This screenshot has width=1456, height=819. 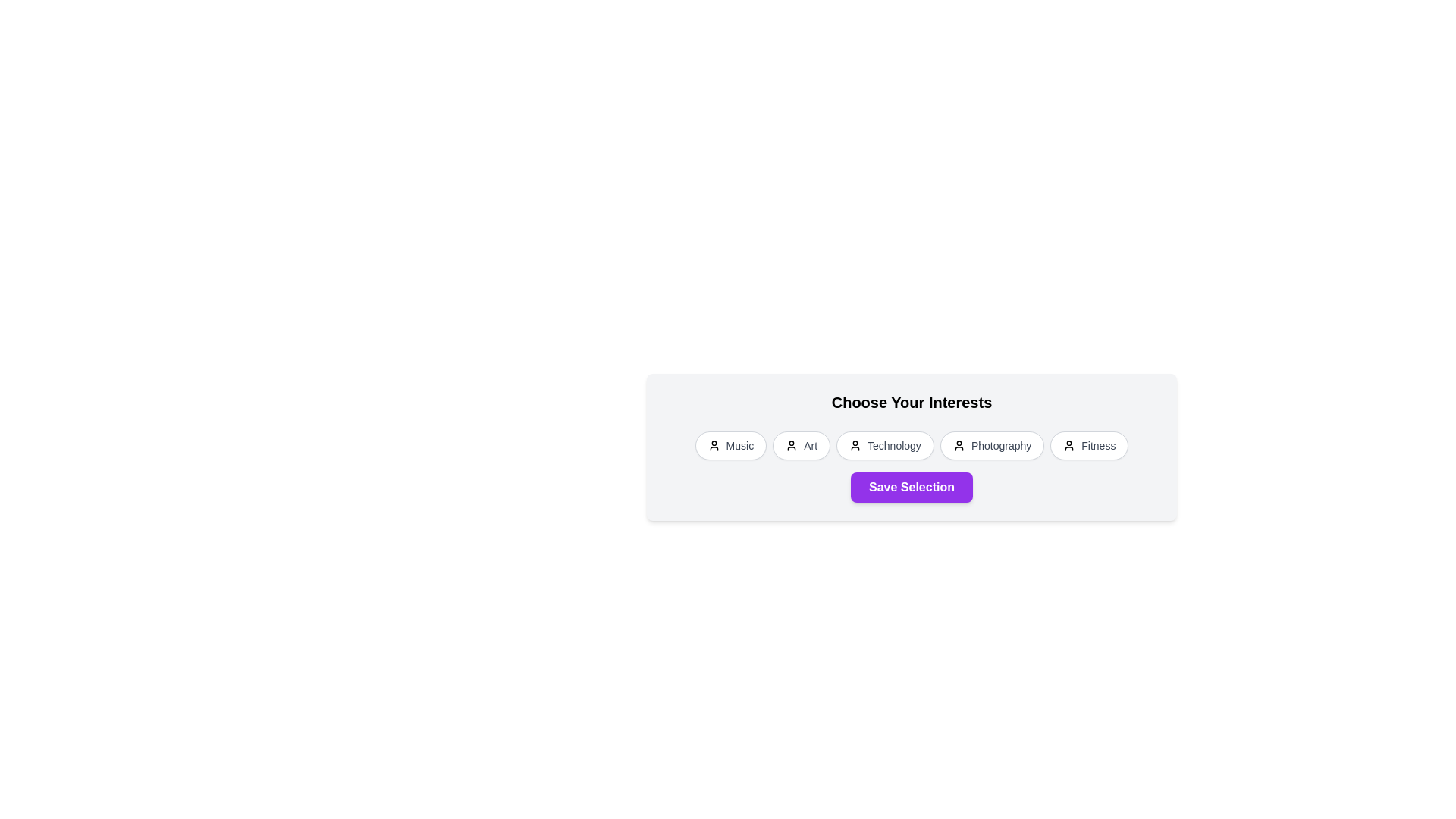 I want to click on the interest chip labeled 'Fitness', so click(x=1088, y=444).